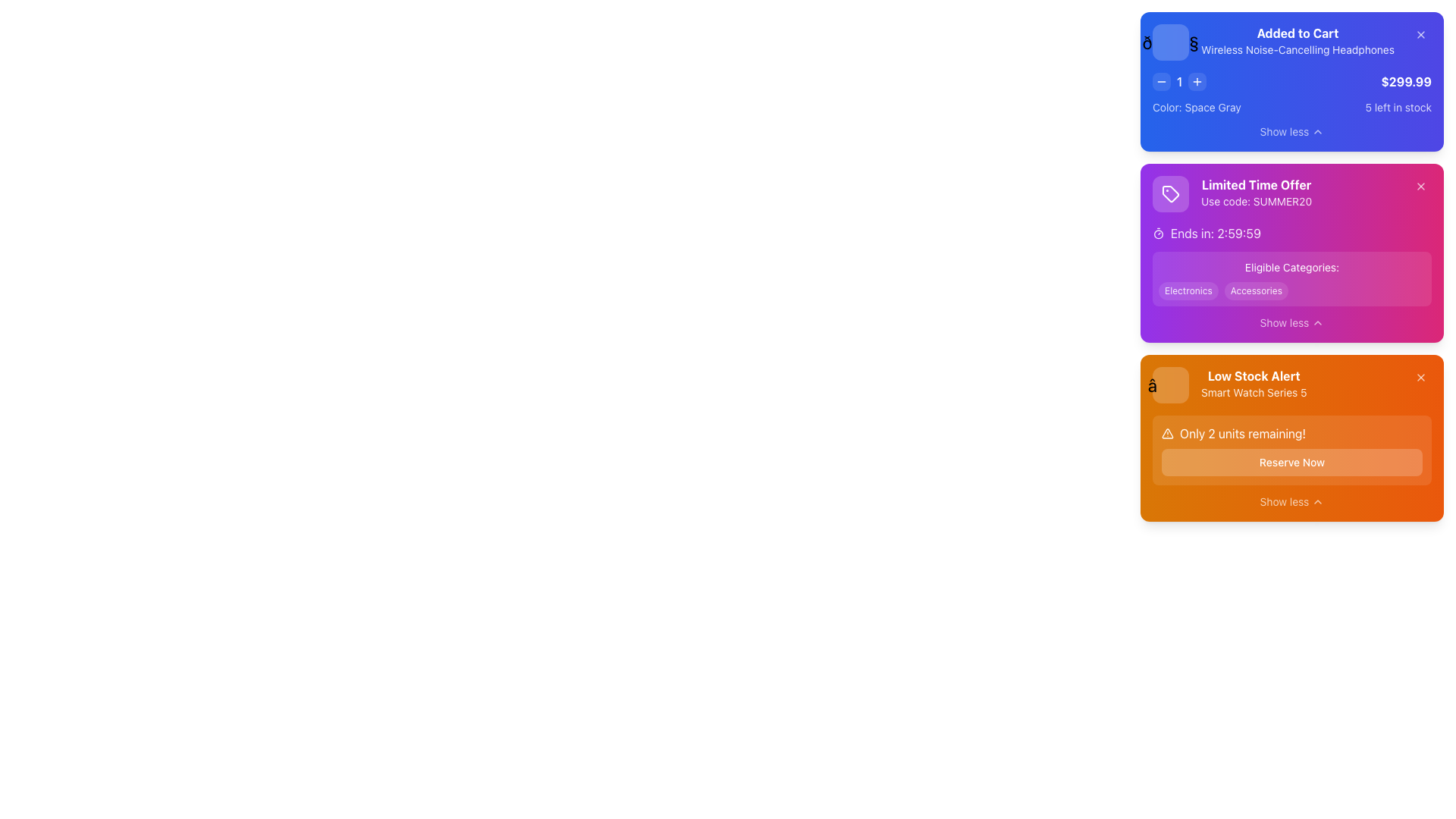  I want to click on the informational text displaying 'Only 2 units remaining!' within the orange box labeled 'Low Stock Alert', so click(1291, 433).